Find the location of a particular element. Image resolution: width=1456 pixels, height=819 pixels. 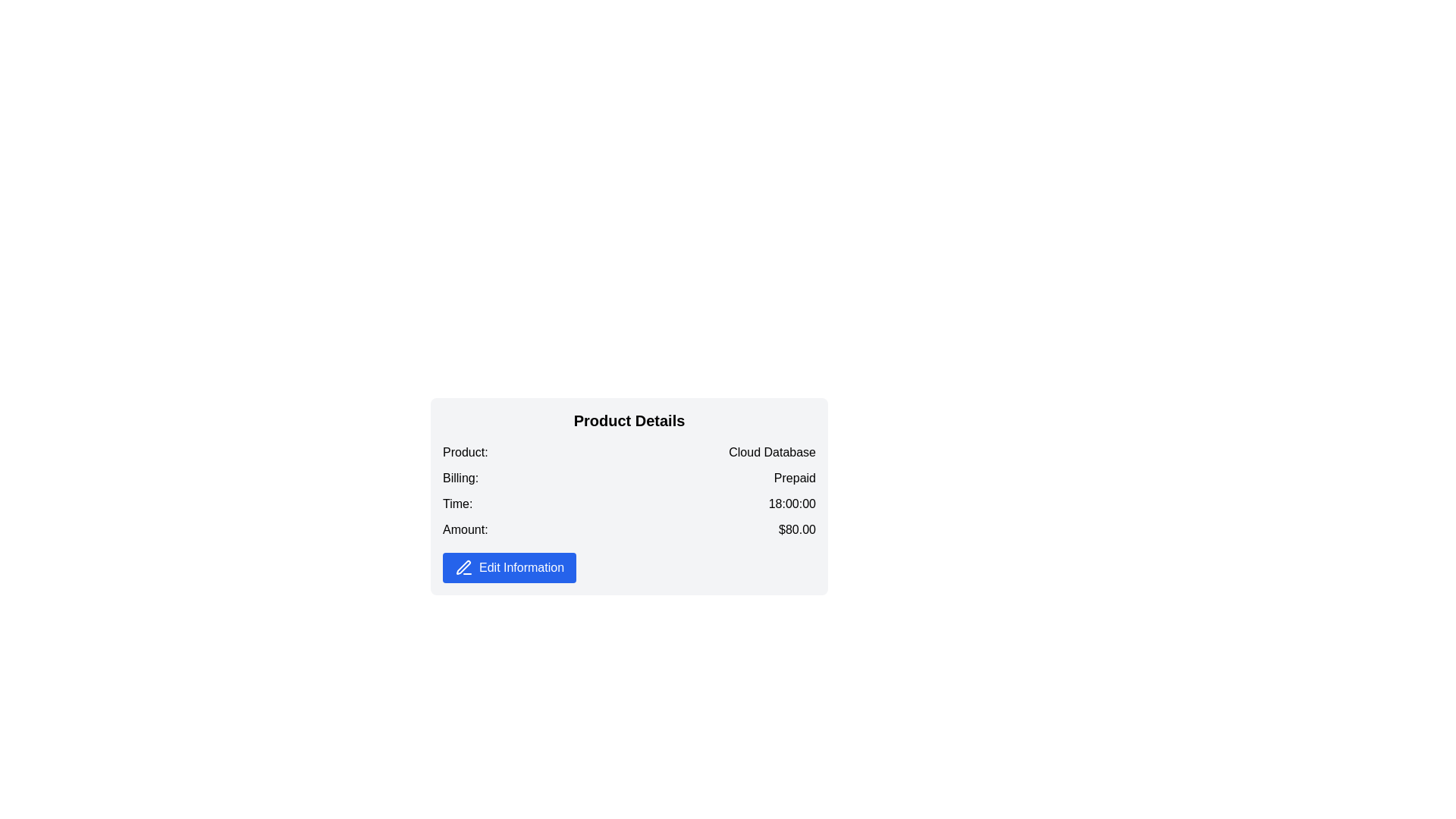

the static text label displaying 'Prepaid', which is located adjacent to the label 'Billing:' in the 'Product Details' section is located at coordinates (794, 479).